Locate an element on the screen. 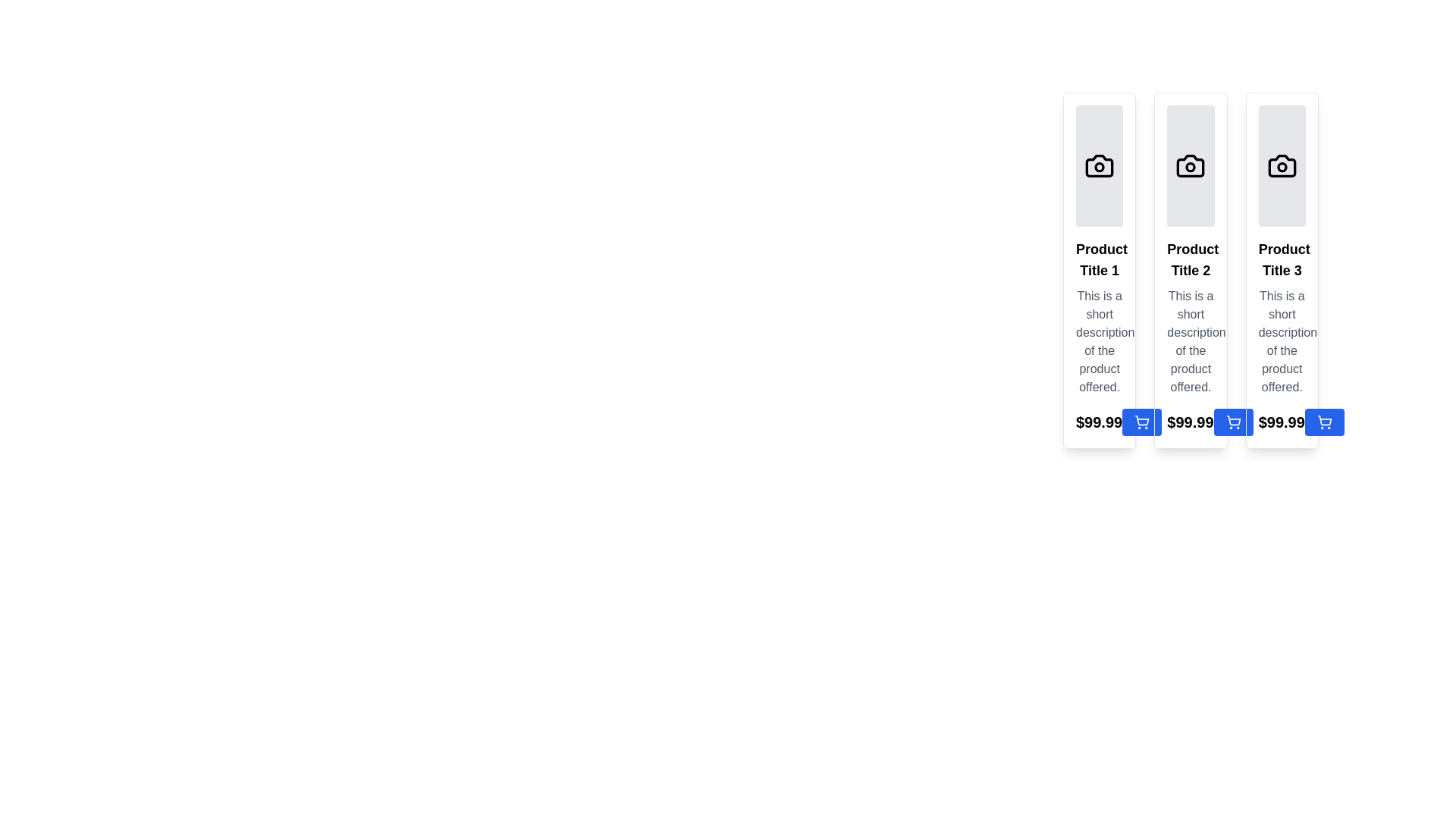  the camera-related icon located at the top of the product card in the third column of the horizontally aligned row, which is visually separated by a grey rectangular background is located at coordinates (1281, 166).